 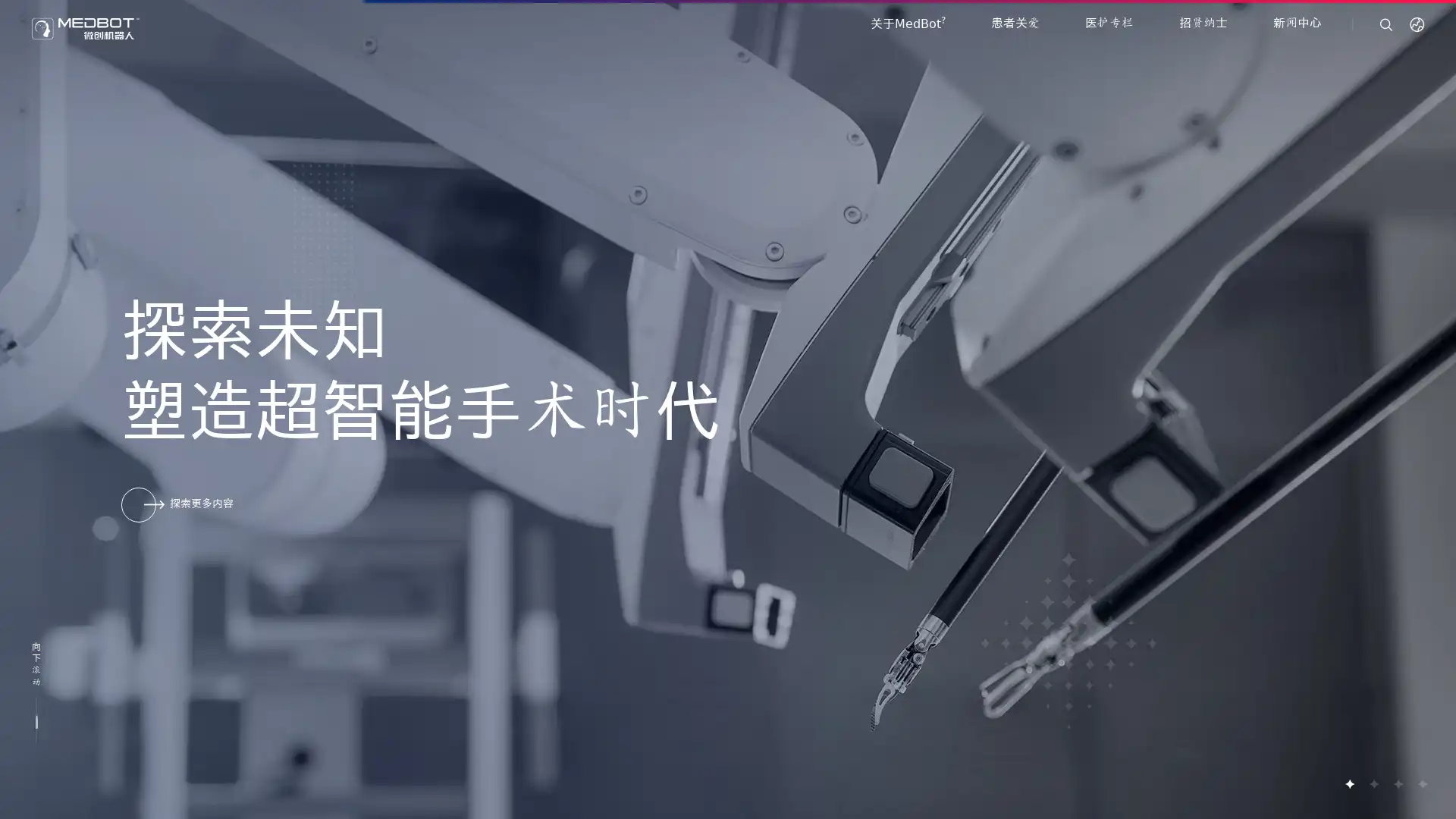 I want to click on Go to slide 3, so click(x=1397, y=783).